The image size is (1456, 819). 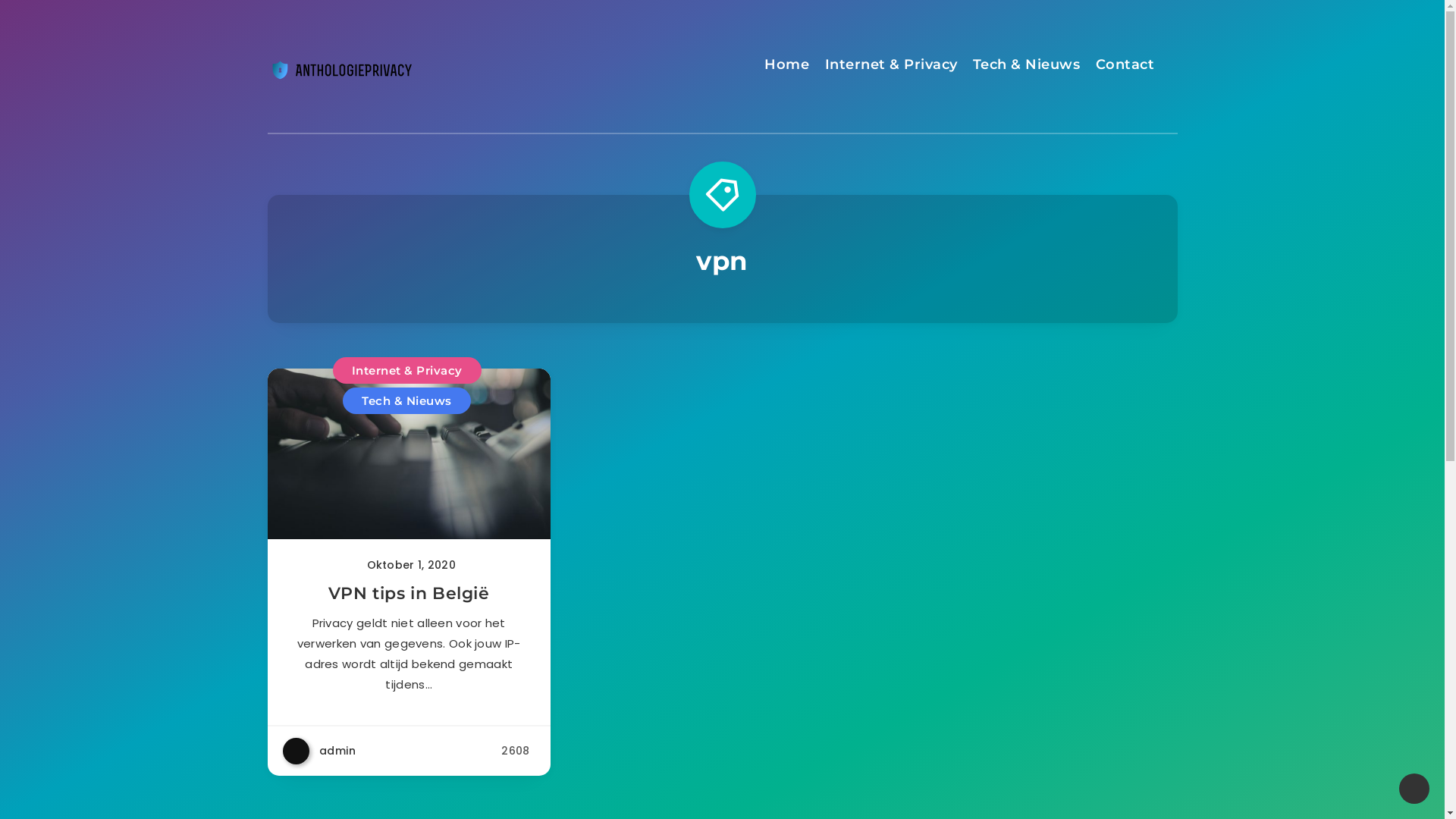 I want to click on 'admin', so click(x=318, y=751).